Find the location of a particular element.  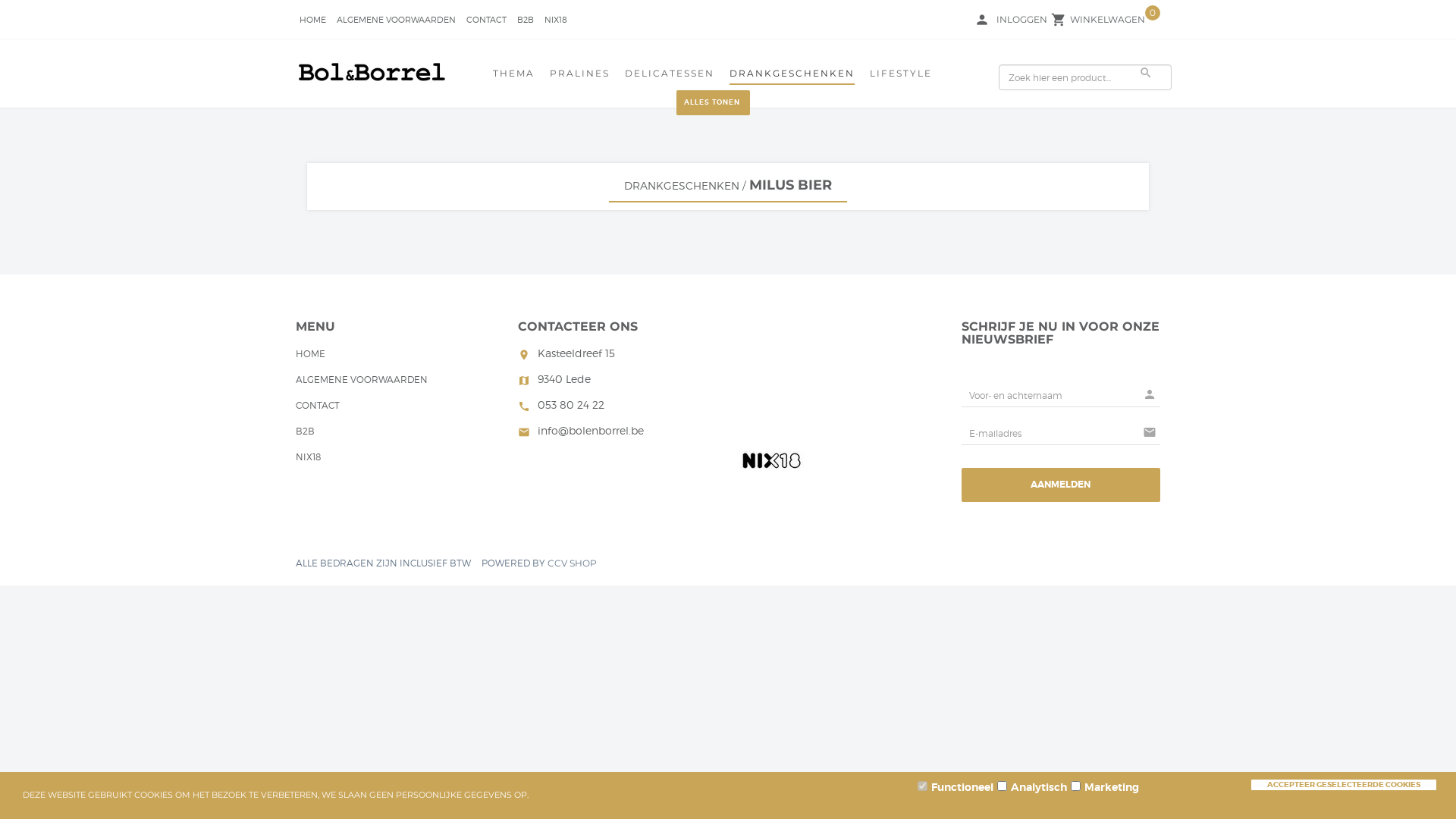

'ALLES TONEN' is located at coordinates (676, 102).